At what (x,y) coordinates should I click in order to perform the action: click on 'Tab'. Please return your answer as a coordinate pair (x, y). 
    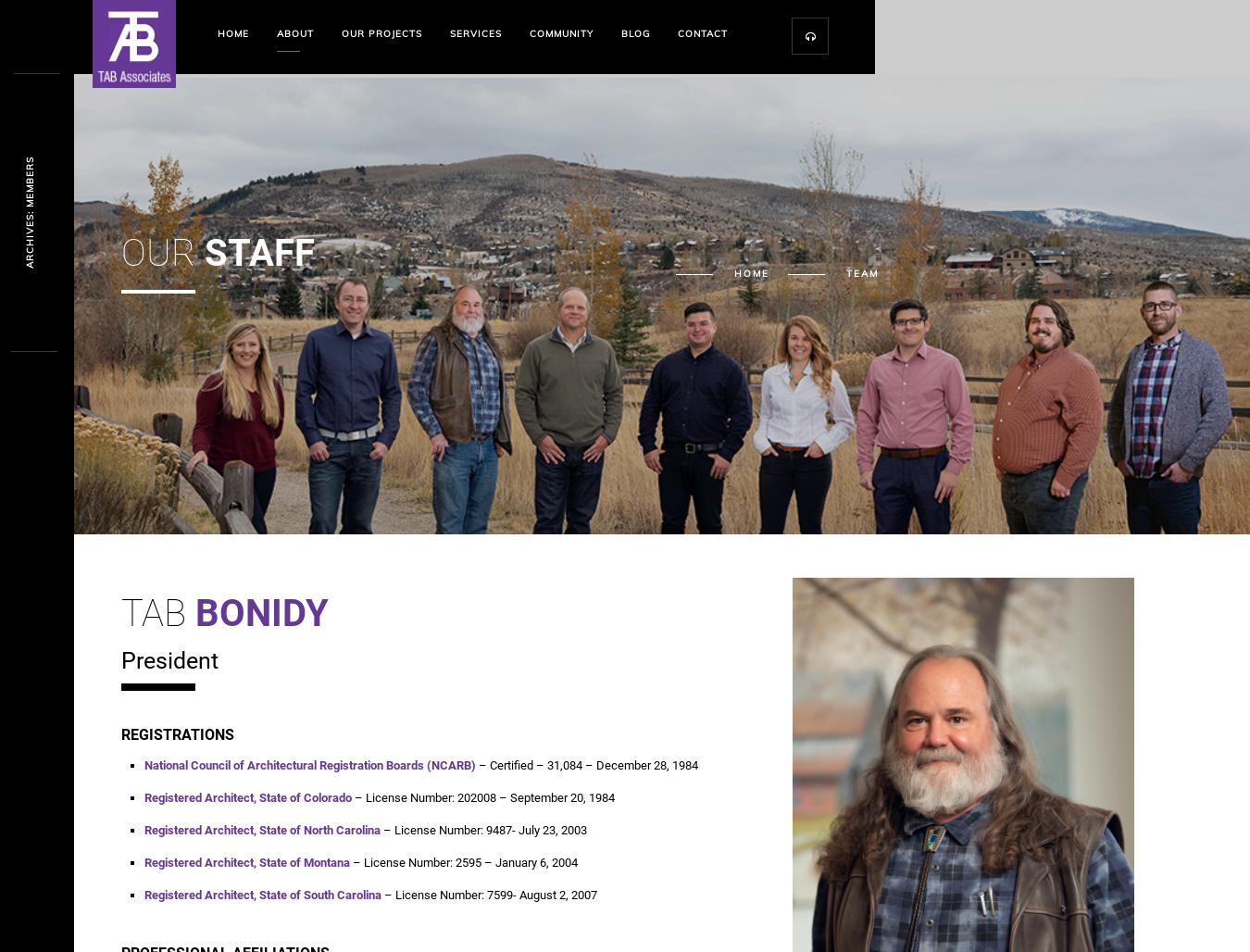
    Looking at the image, I should click on (120, 613).